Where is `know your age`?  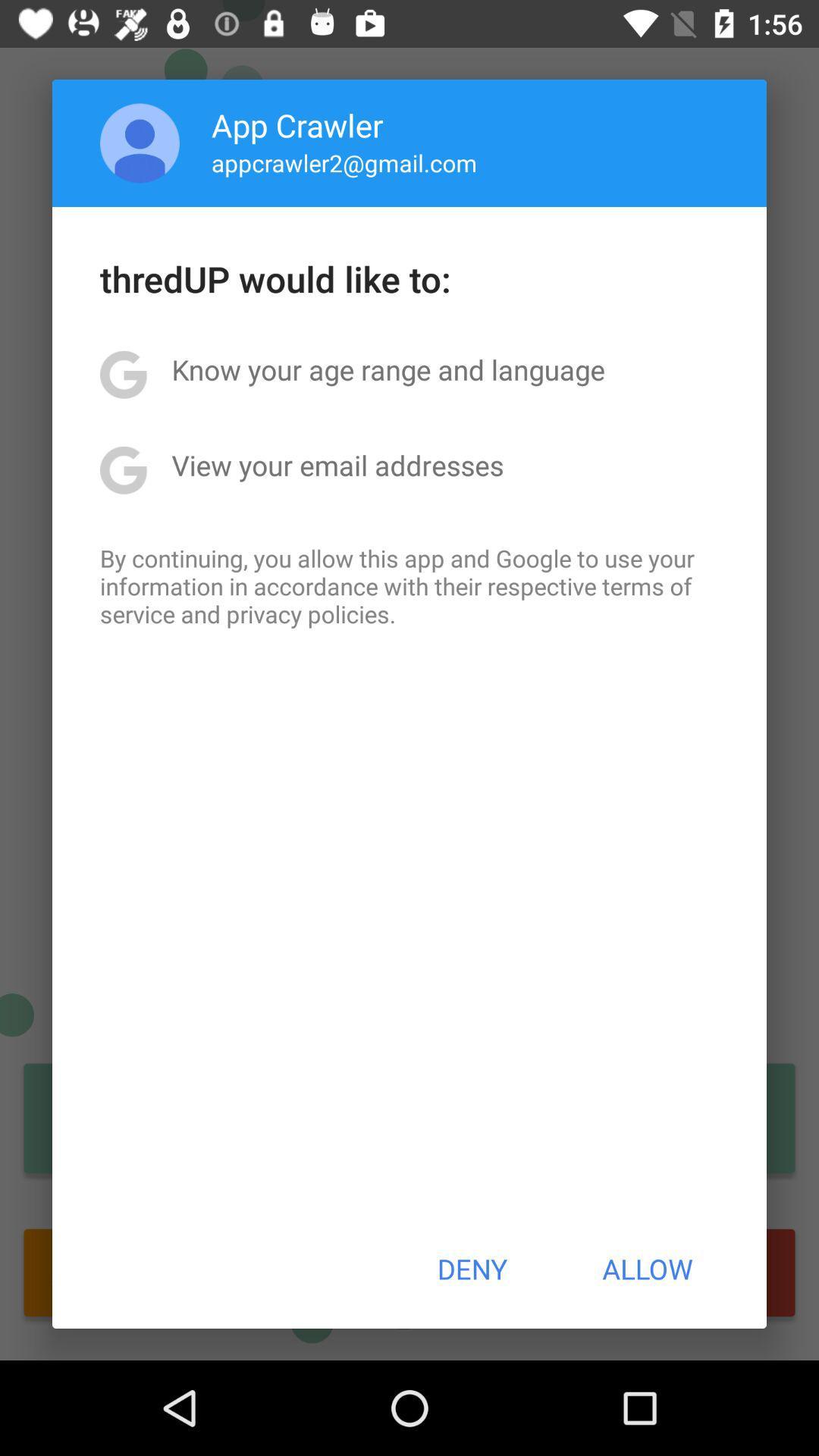 know your age is located at coordinates (388, 369).